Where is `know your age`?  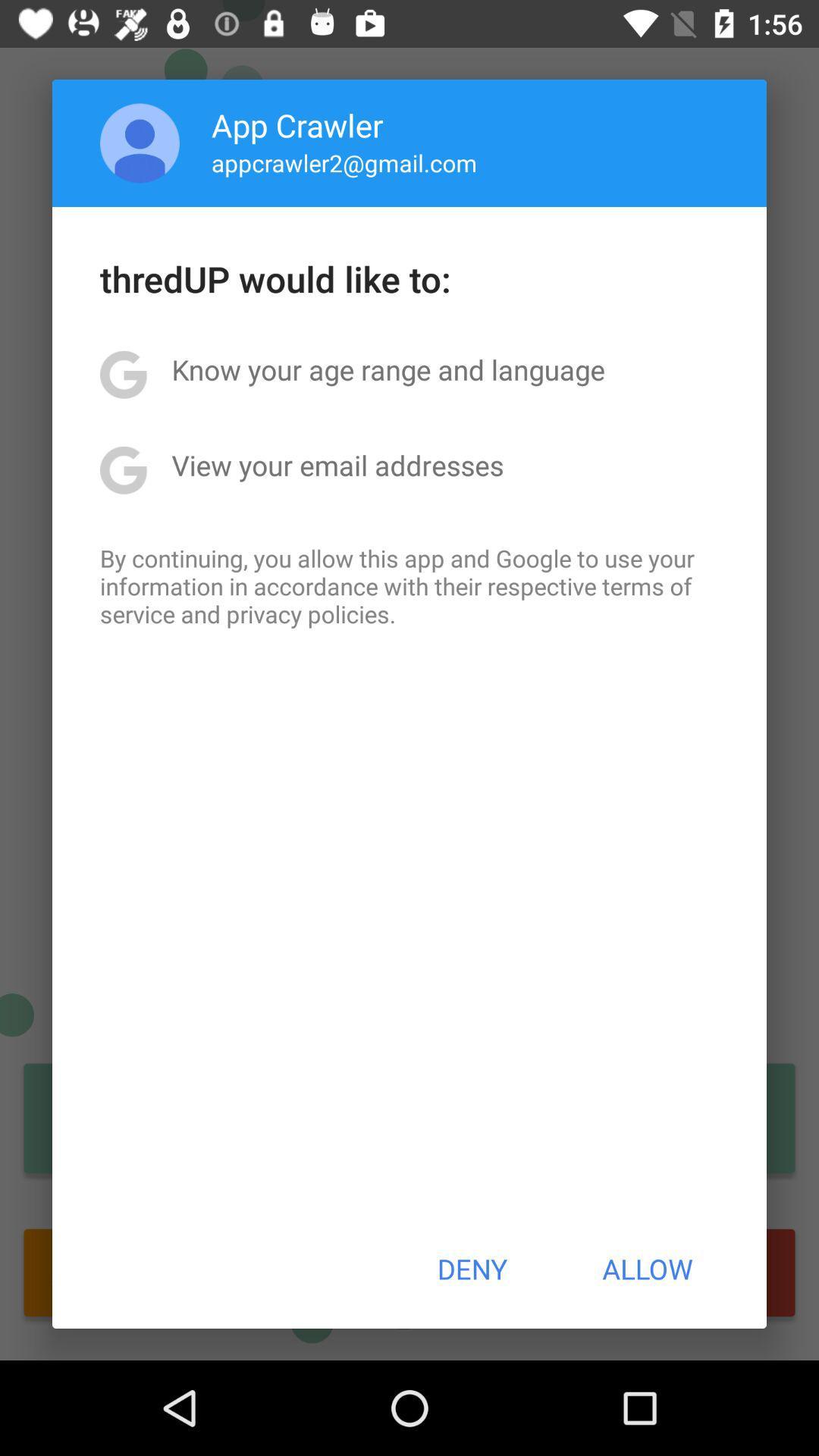 know your age is located at coordinates (388, 369).